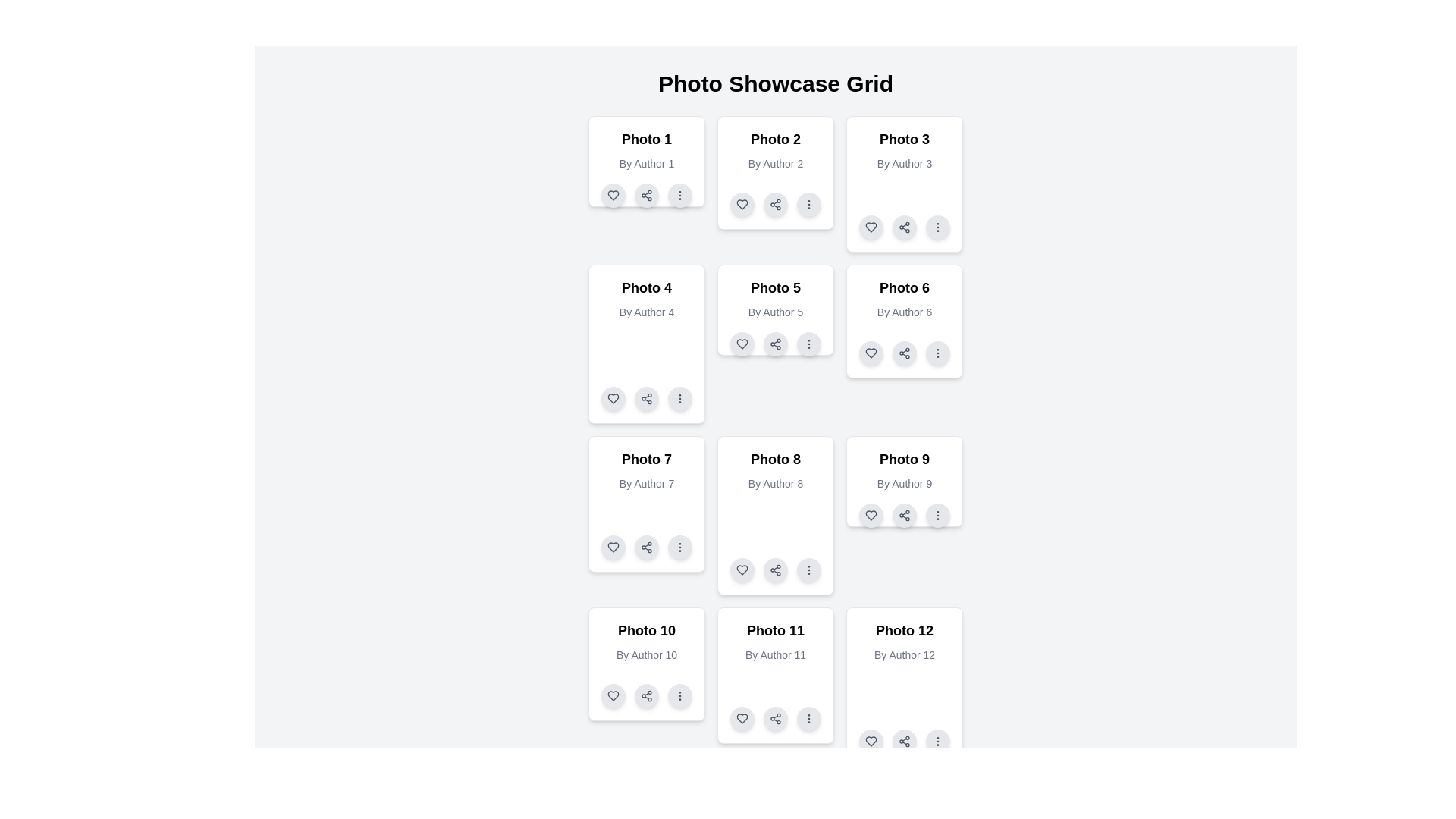 The height and width of the screenshot is (819, 1456). I want to click on the circular share button with a gray background located in the middle row, second column of the button group for Photo 4 to share, so click(647, 397).